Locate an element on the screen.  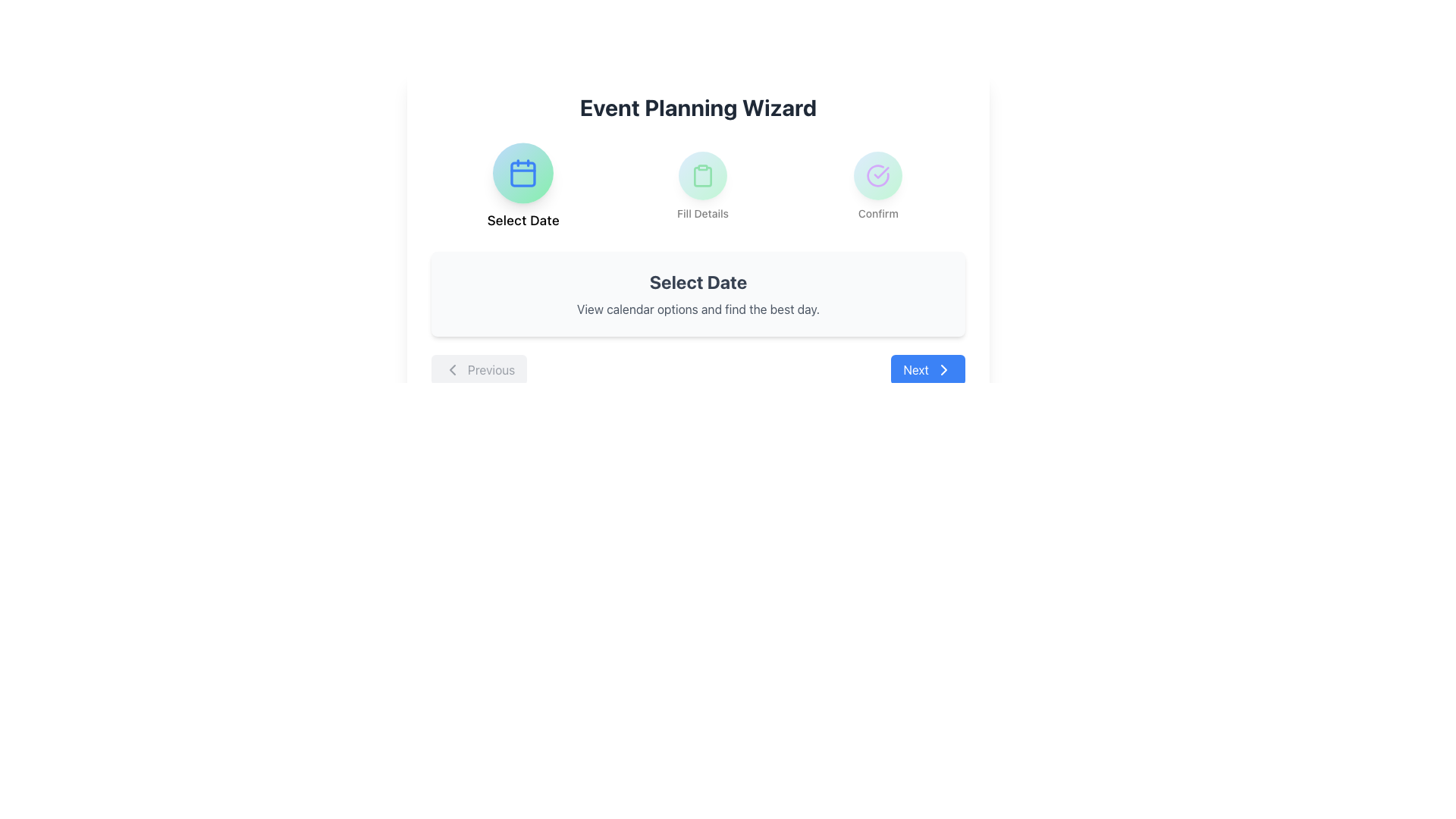
the navigation button located at the bottom-left of the interface, which allows users to move to the previous step in a multi-step process is located at coordinates (479, 370).